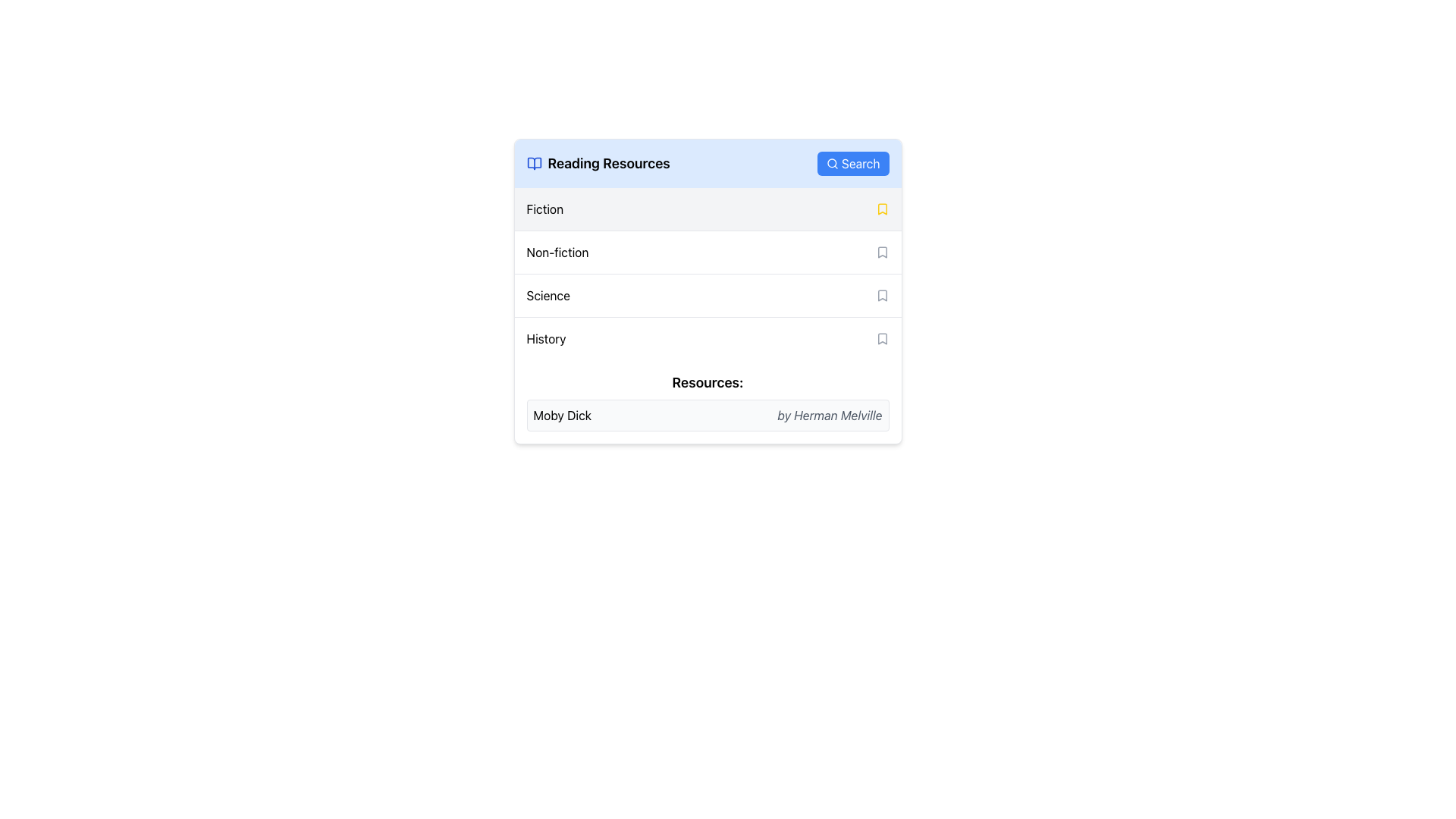 This screenshot has width=1456, height=819. Describe the element at coordinates (882, 295) in the screenshot. I see `the bookmark icon located on the far right of the 'Science' row in the Reading Resources list` at that location.